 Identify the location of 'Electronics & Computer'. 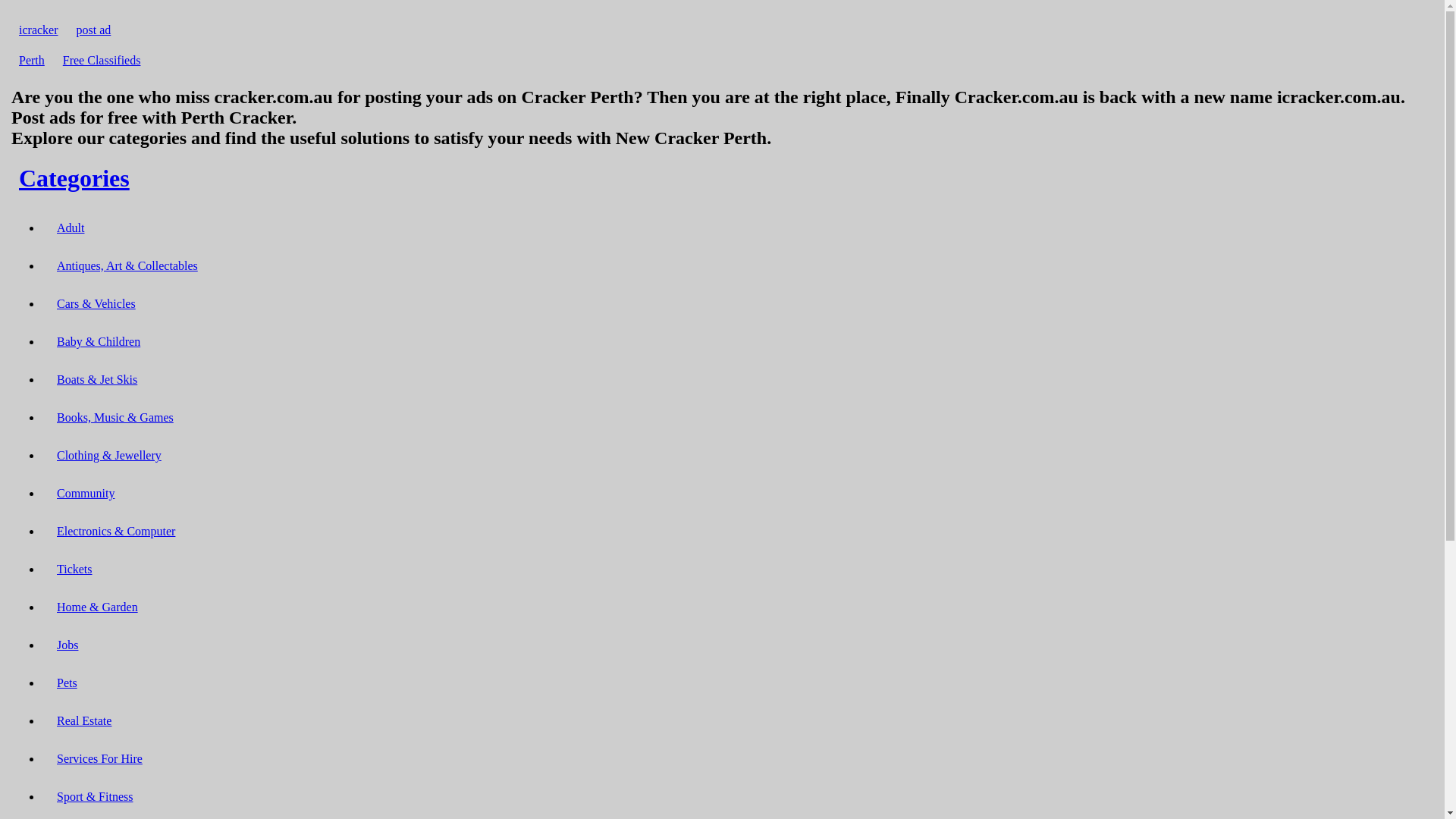
(49, 530).